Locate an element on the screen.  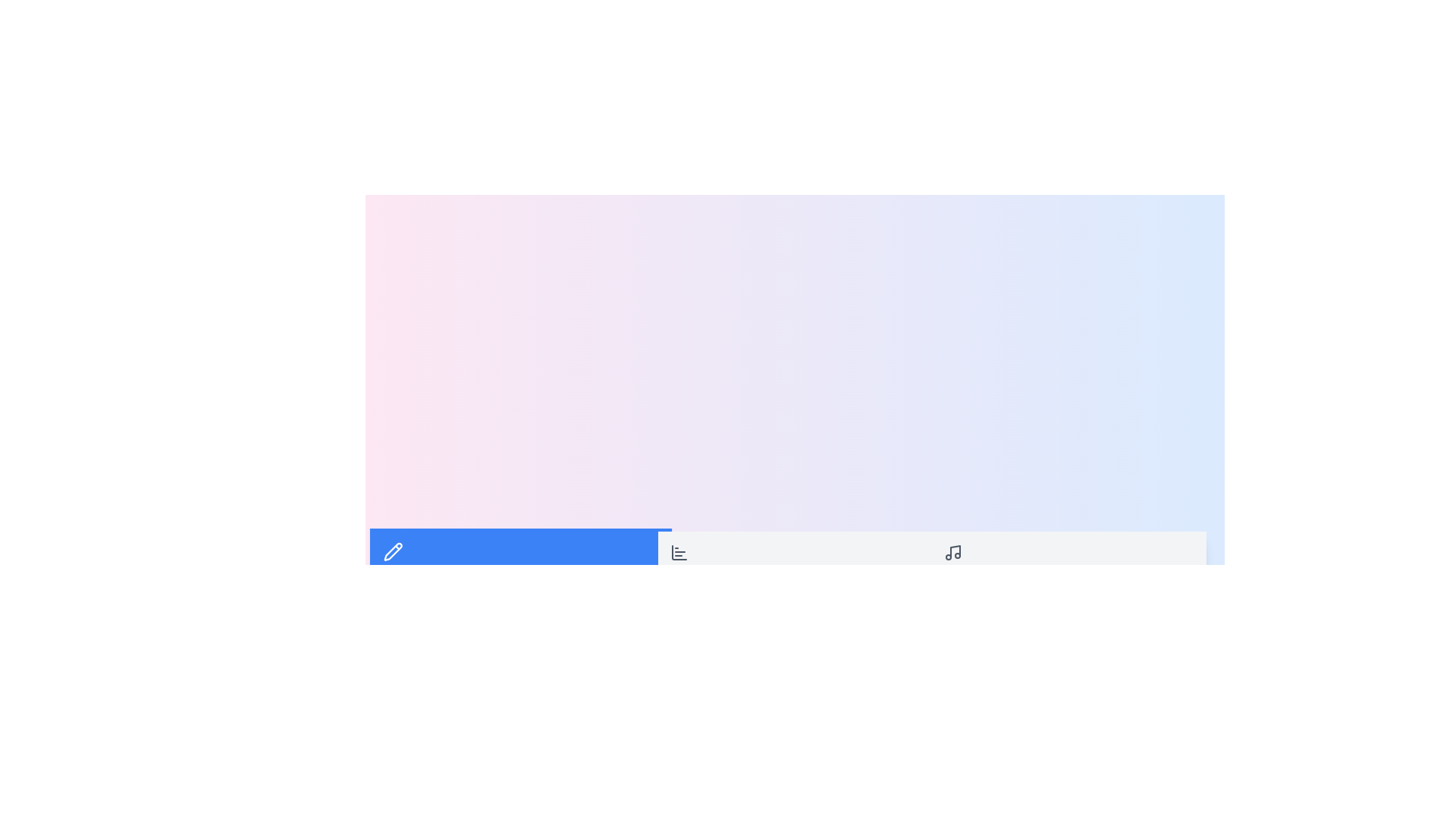
the tab labeled Creative to view its content is located at coordinates (520, 561).